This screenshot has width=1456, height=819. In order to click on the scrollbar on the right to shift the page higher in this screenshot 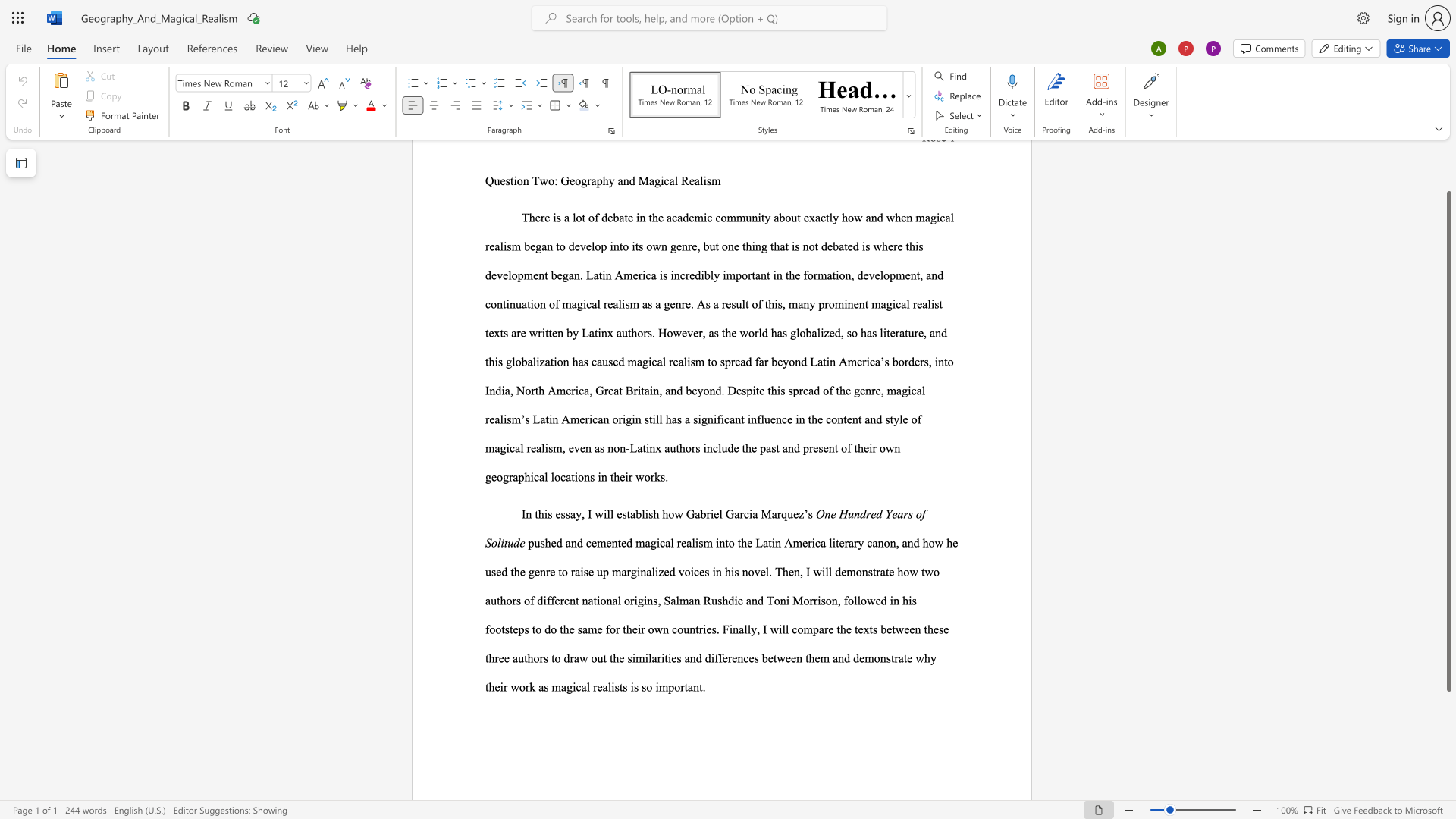, I will do `click(1448, 174)`.